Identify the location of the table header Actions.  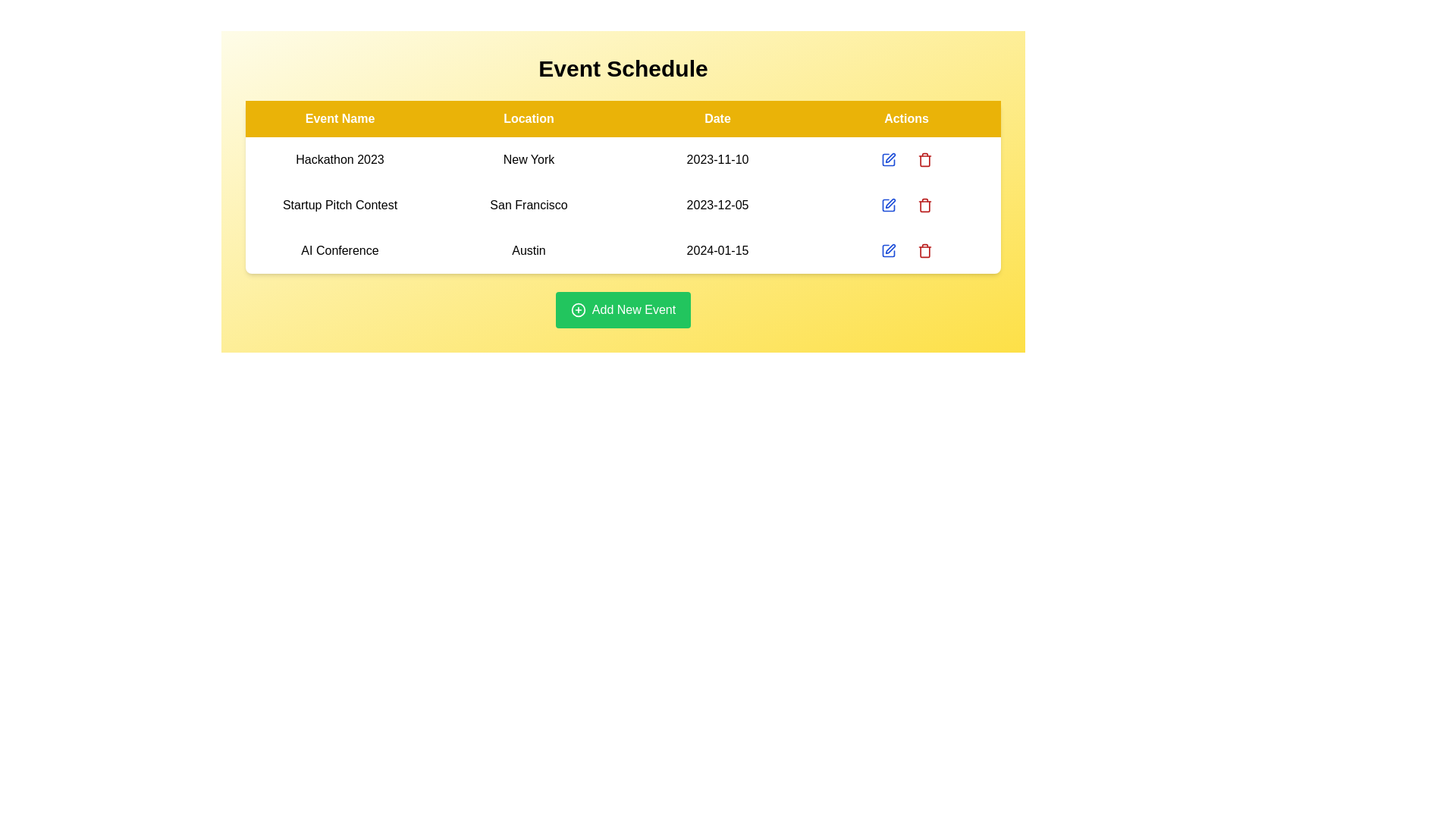
(906, 118).